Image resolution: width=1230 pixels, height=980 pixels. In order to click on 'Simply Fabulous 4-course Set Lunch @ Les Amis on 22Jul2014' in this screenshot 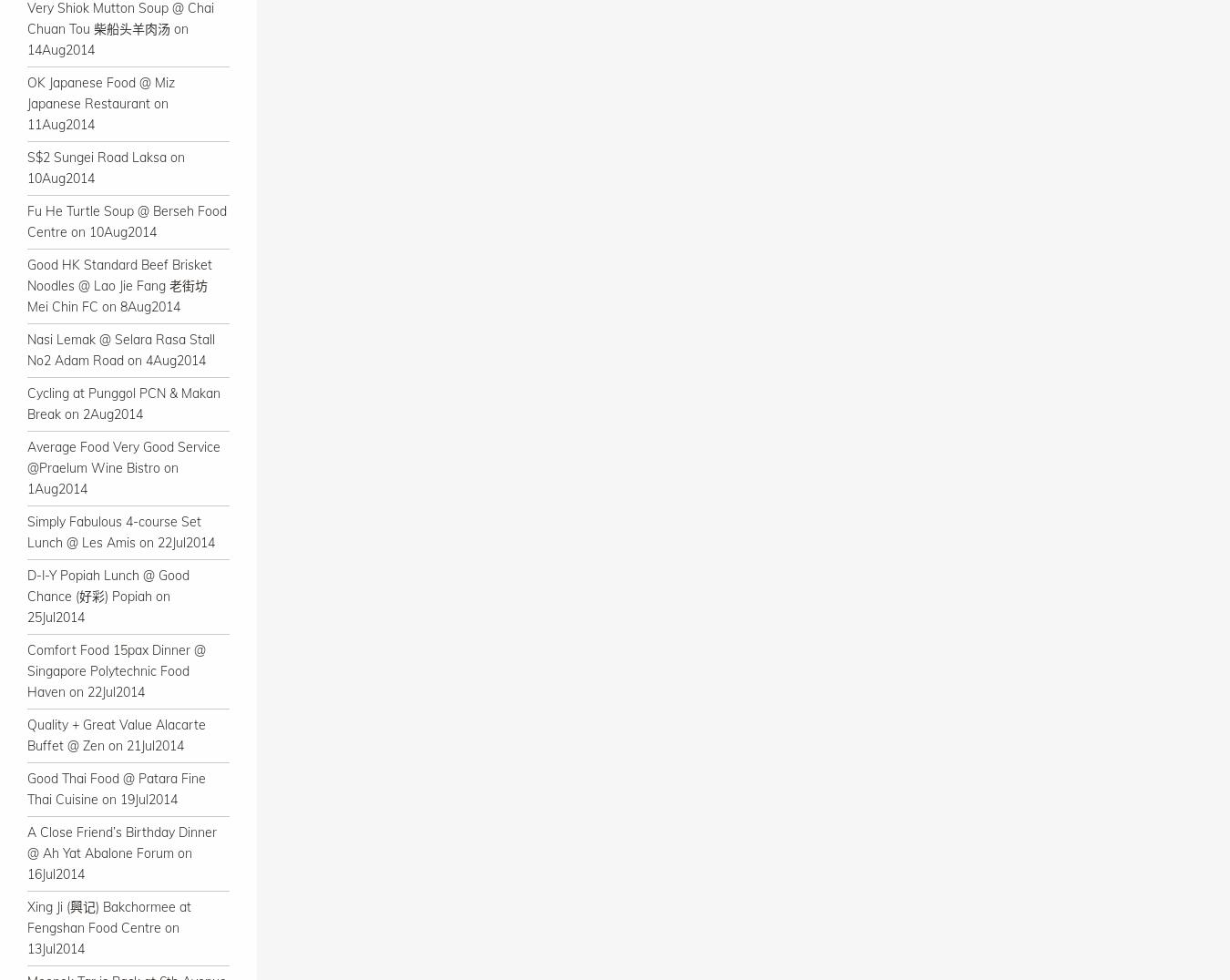, I will do `click(120, 532)`.